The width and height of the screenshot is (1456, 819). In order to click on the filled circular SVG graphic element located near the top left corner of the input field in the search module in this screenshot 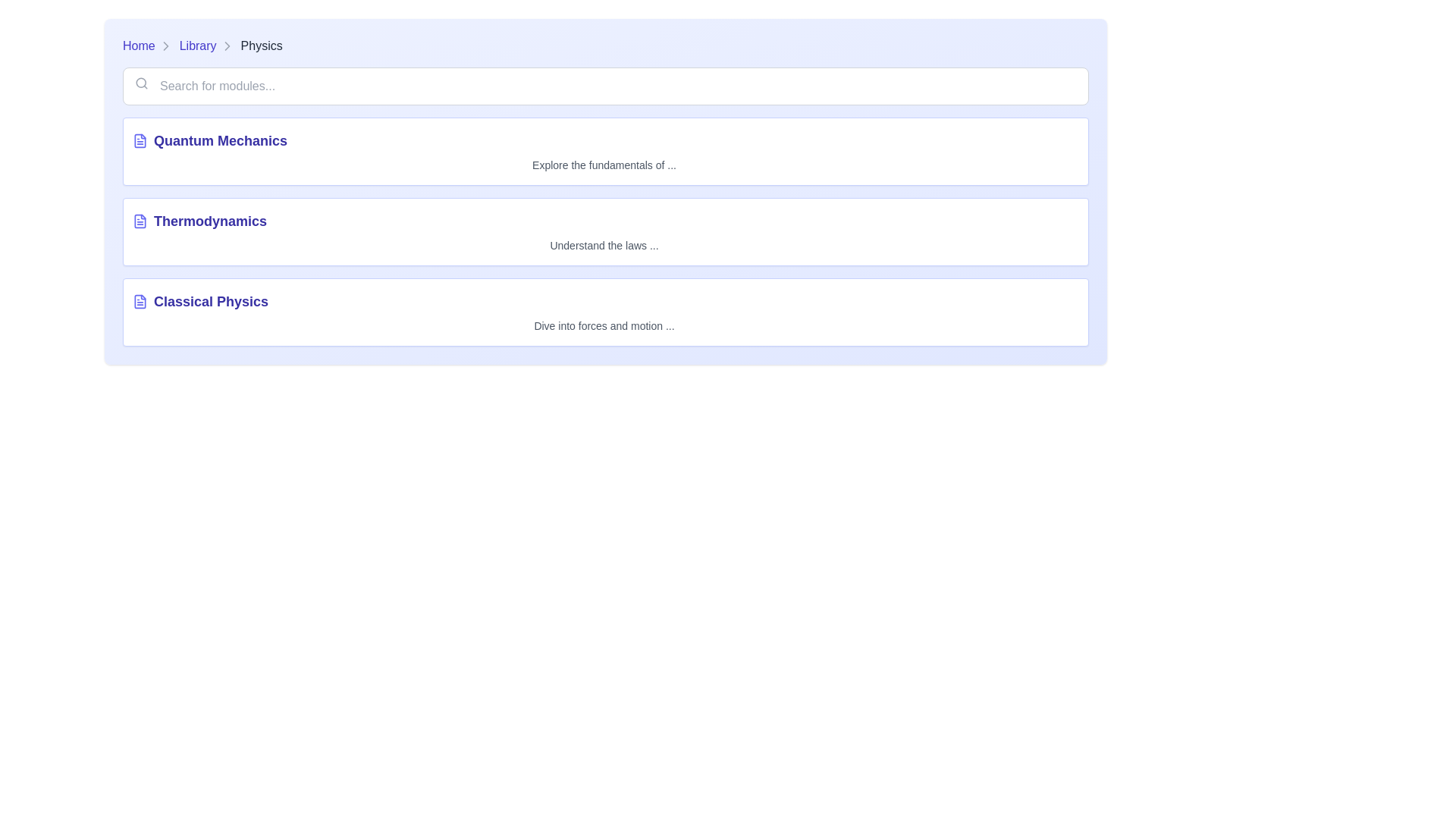, I will do `click(141, 83)`.